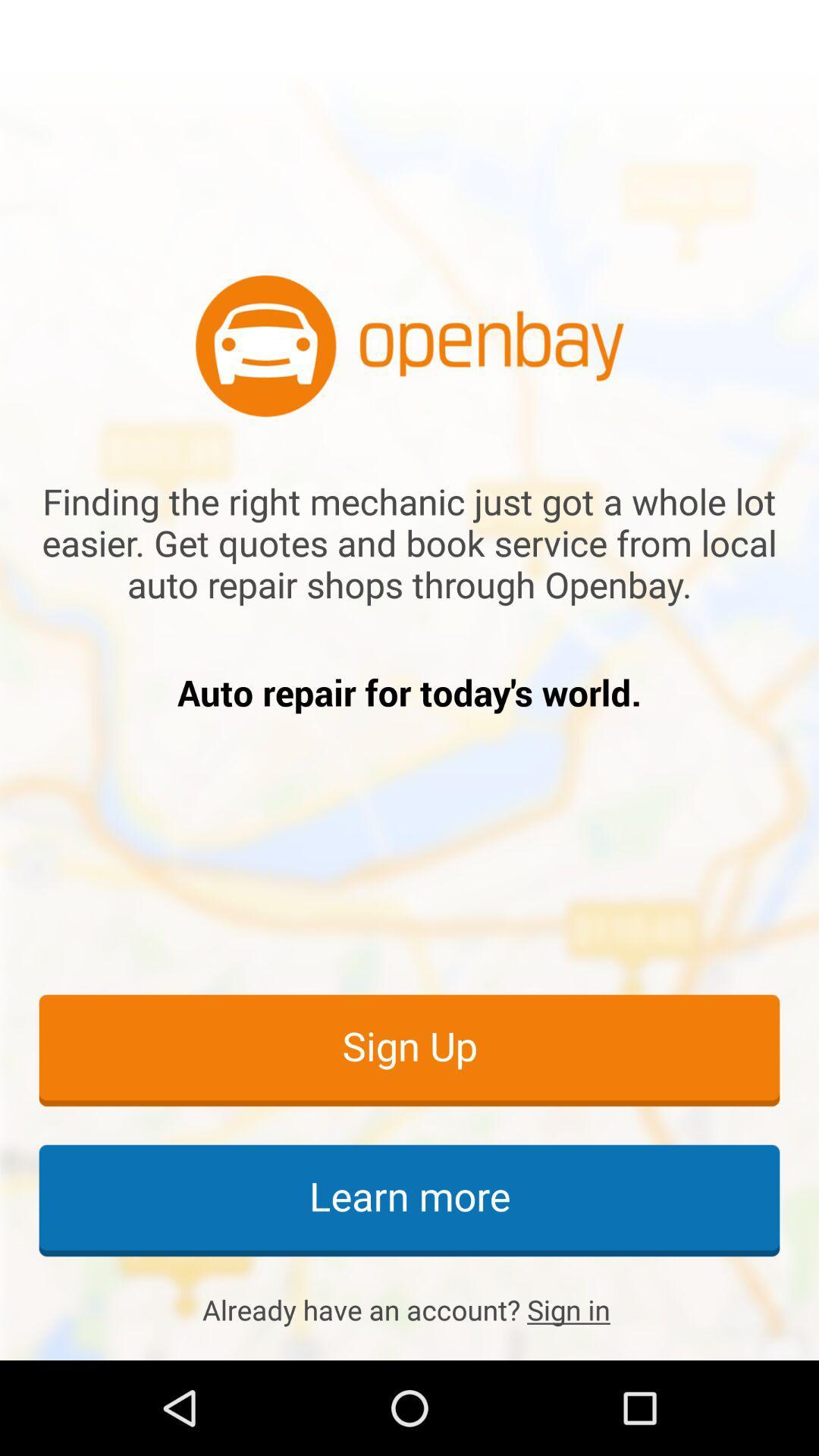 Image resolution: width=819 pixels, height=1456 pixels. What do you see at coordinates (409, 1199) in the screenshot?
I see `icon below sign up icon` at bounding box center [409, 1199].